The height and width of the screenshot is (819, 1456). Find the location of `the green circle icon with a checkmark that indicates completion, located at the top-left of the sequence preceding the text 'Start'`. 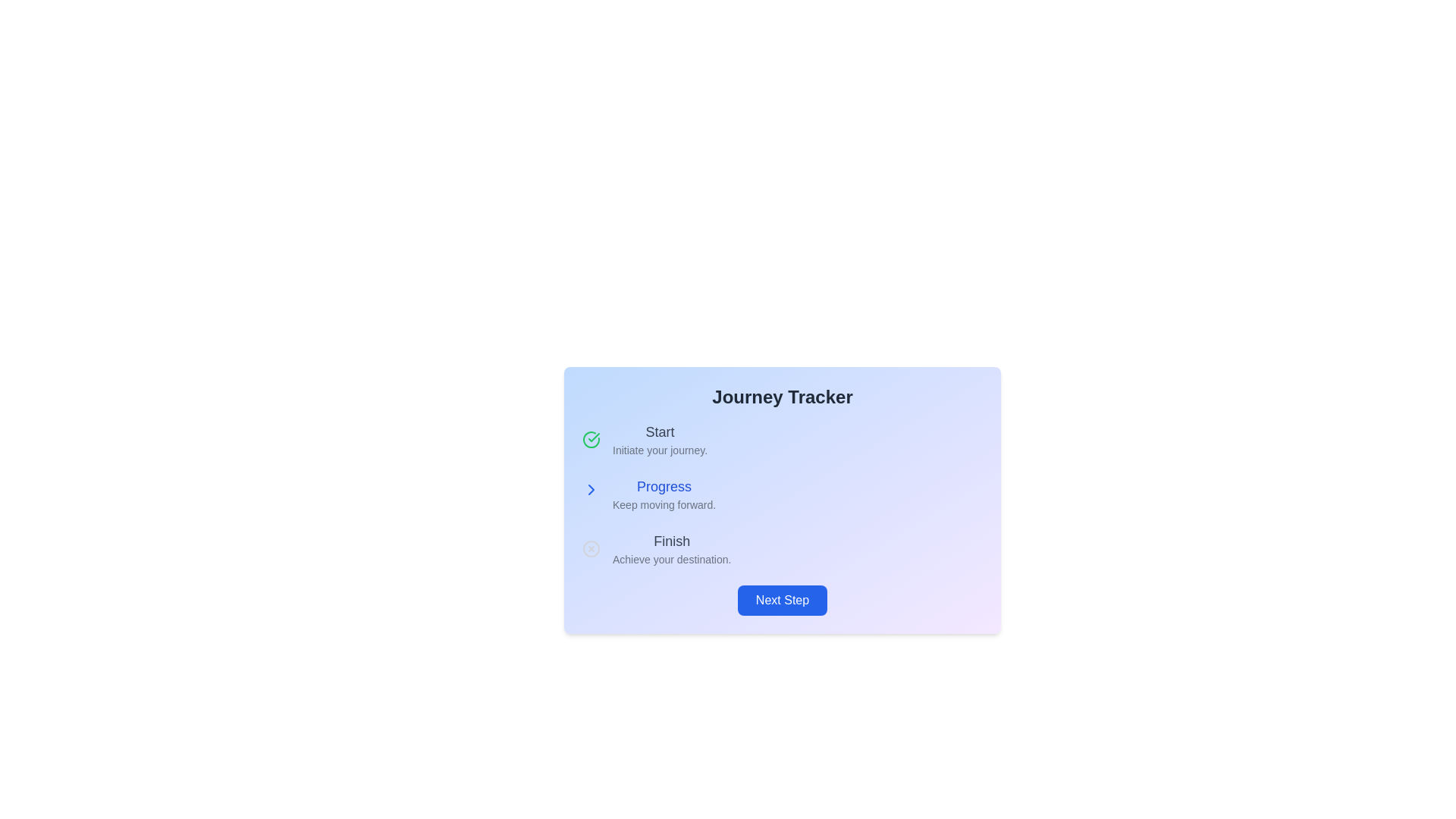

the green circle icon with a checkmark that indicates completion, located at the top-left of the sequence preceding the text 'Start' is located at coordinates (590, 439).